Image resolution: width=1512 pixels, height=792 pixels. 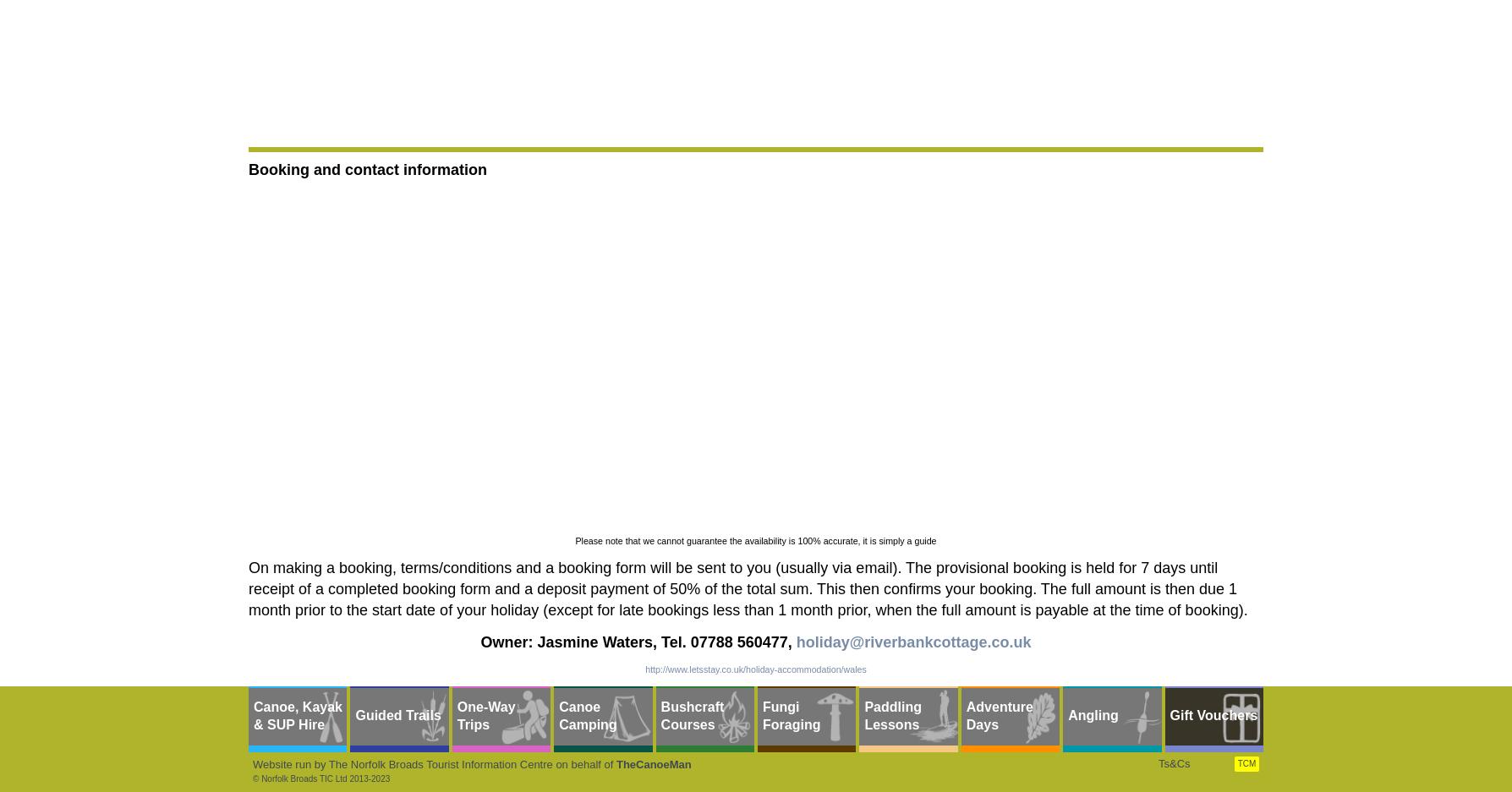 What do you see at coordinates (367, 168) in the screenshot?
I see `'Booking and contact information'` at bounding box center [367, 168].